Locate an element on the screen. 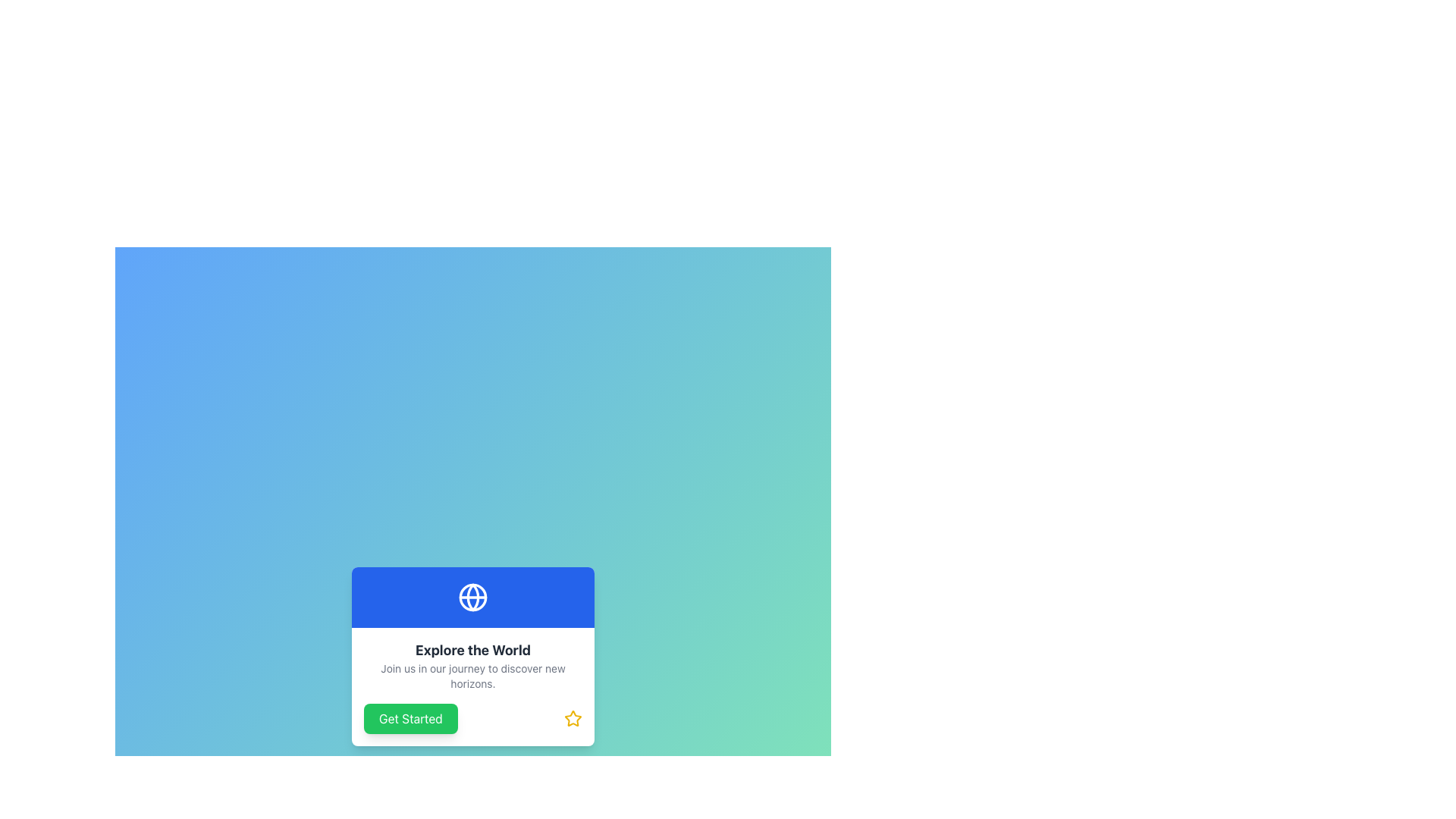  the SVG Circle element that is part of the globe icon's visual representation is located at coordinates (472, 596).